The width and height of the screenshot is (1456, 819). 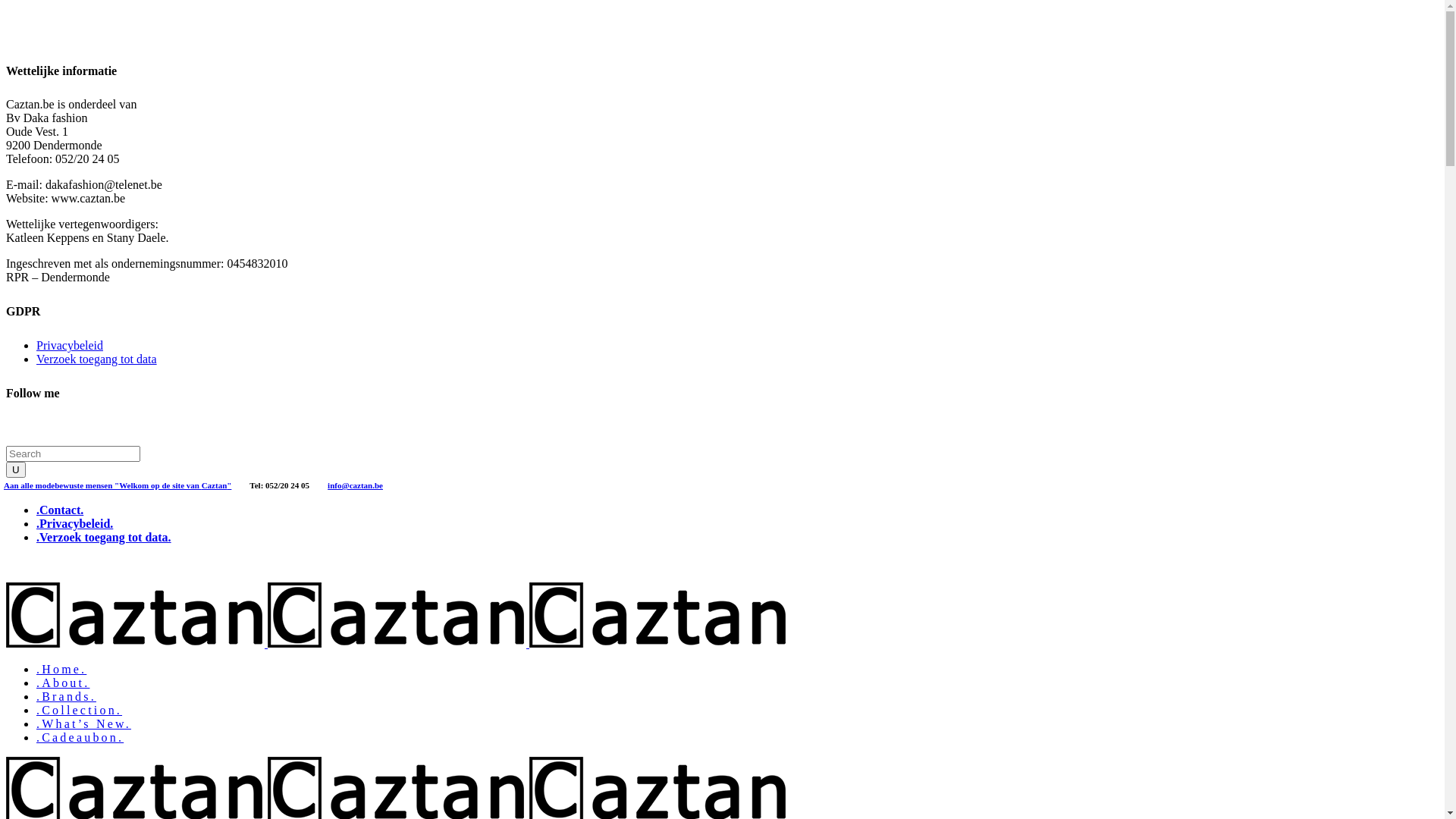 I want to click on '.Cadeaubon.', so click(x=79, y=736).